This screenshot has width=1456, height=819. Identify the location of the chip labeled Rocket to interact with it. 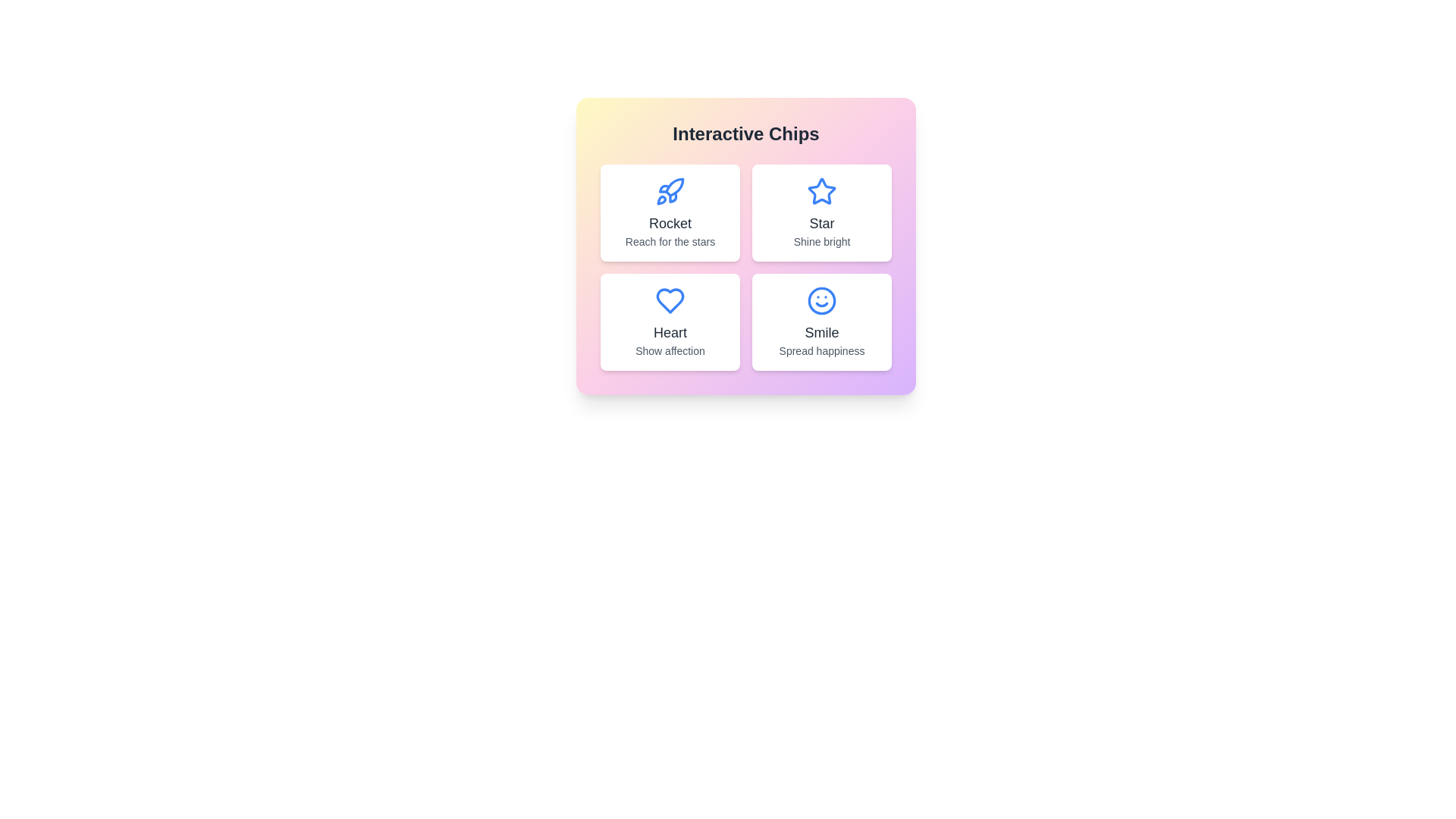
(669, 213).